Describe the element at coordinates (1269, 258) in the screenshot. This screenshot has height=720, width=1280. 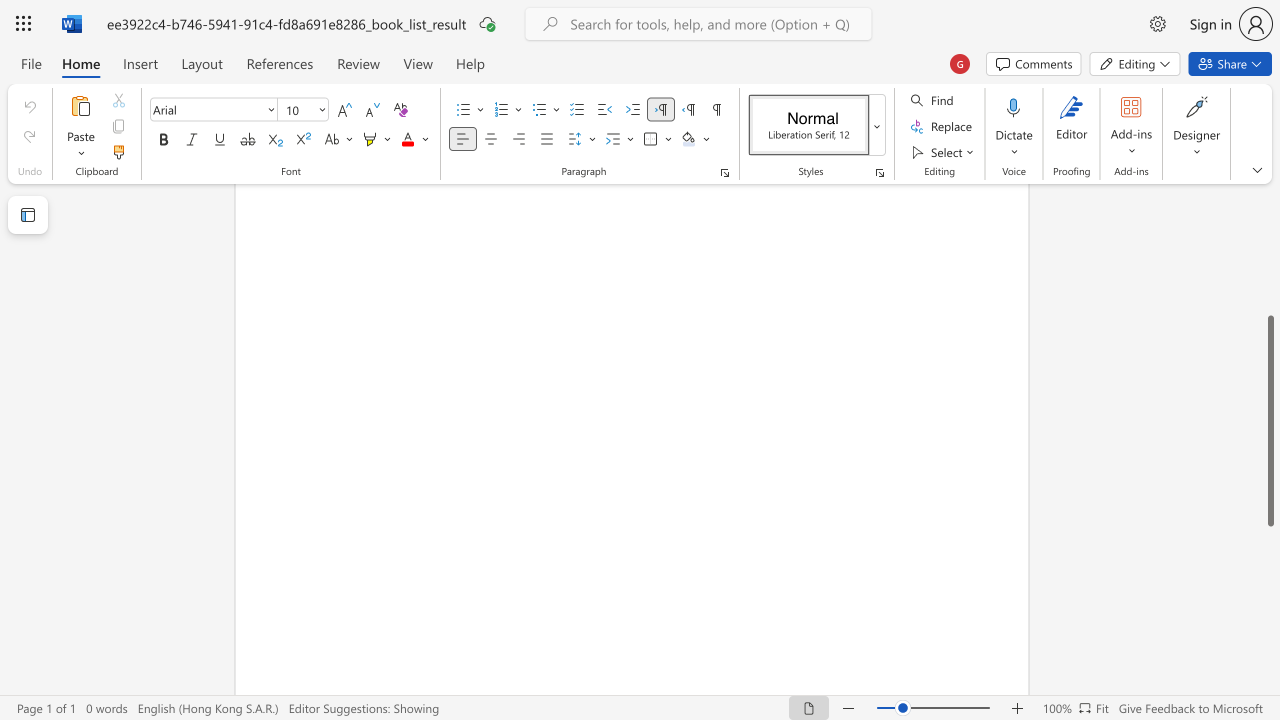
I see `the page's right scrollbar for upward movement` at that location.